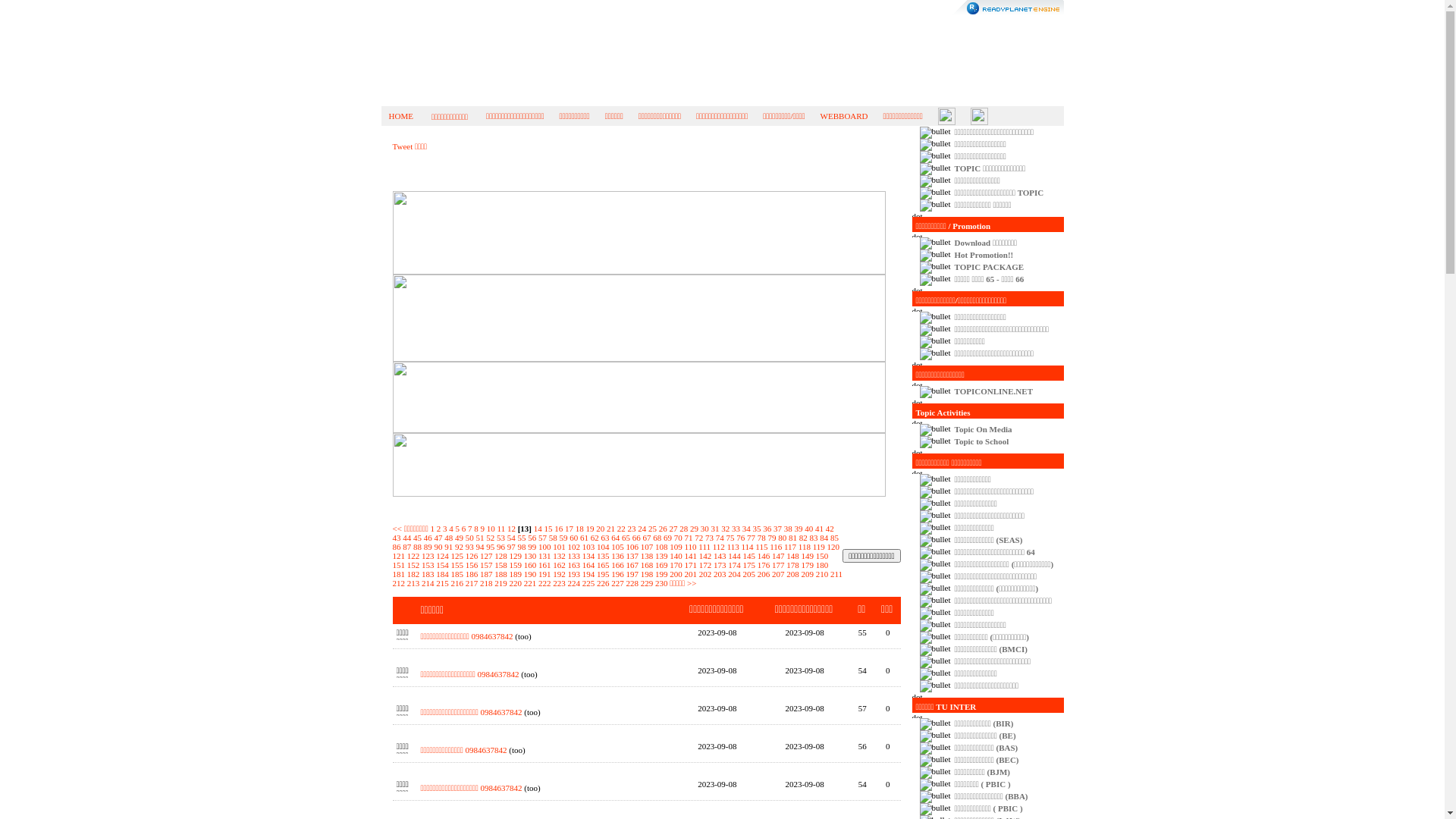  Describe the element at coordinates (778, 573) in the screenshot. I see `'207'` at that location.